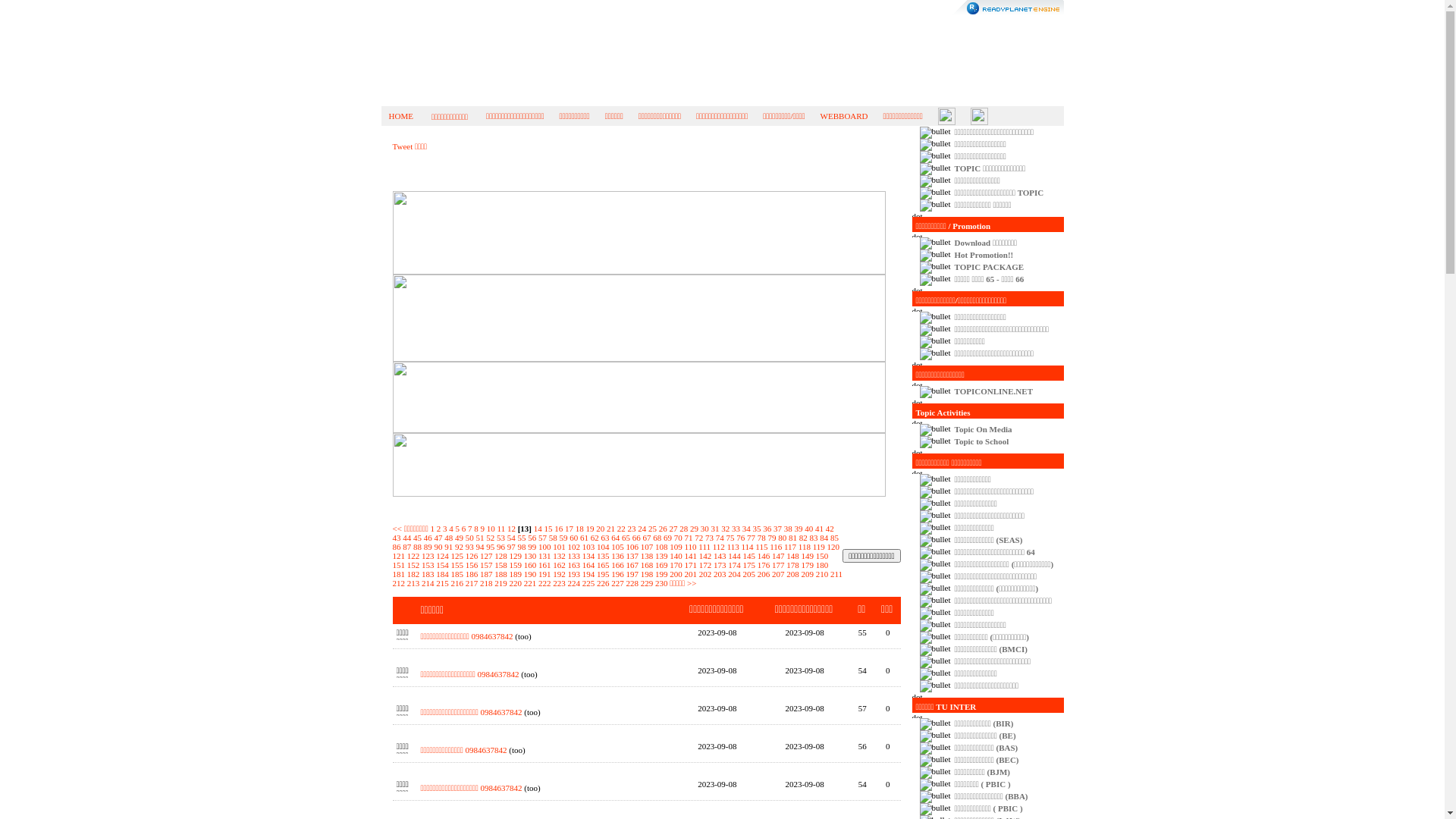  Describe the element at coordinates (778, 573) in the screenshot. I see `'207'` at that location.